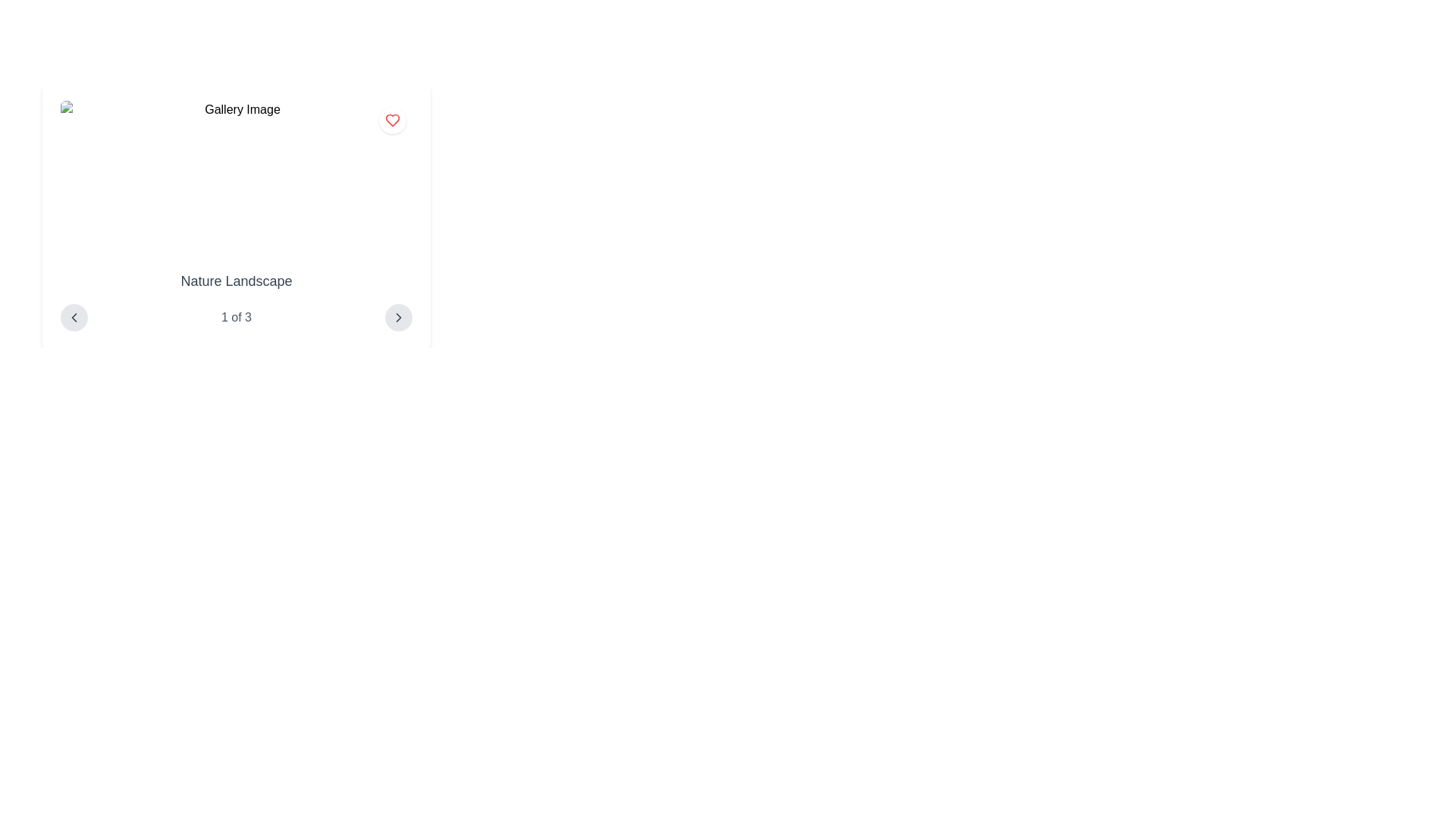 Image resolution: width=1456 pixels, height=819 pixels. Describe the element at coordinates (398, 317) in the screenshot. I see `the right-pointing chevron icon located within the circular button at the lower right corner of the card-like component in the gallery interface` at that location.